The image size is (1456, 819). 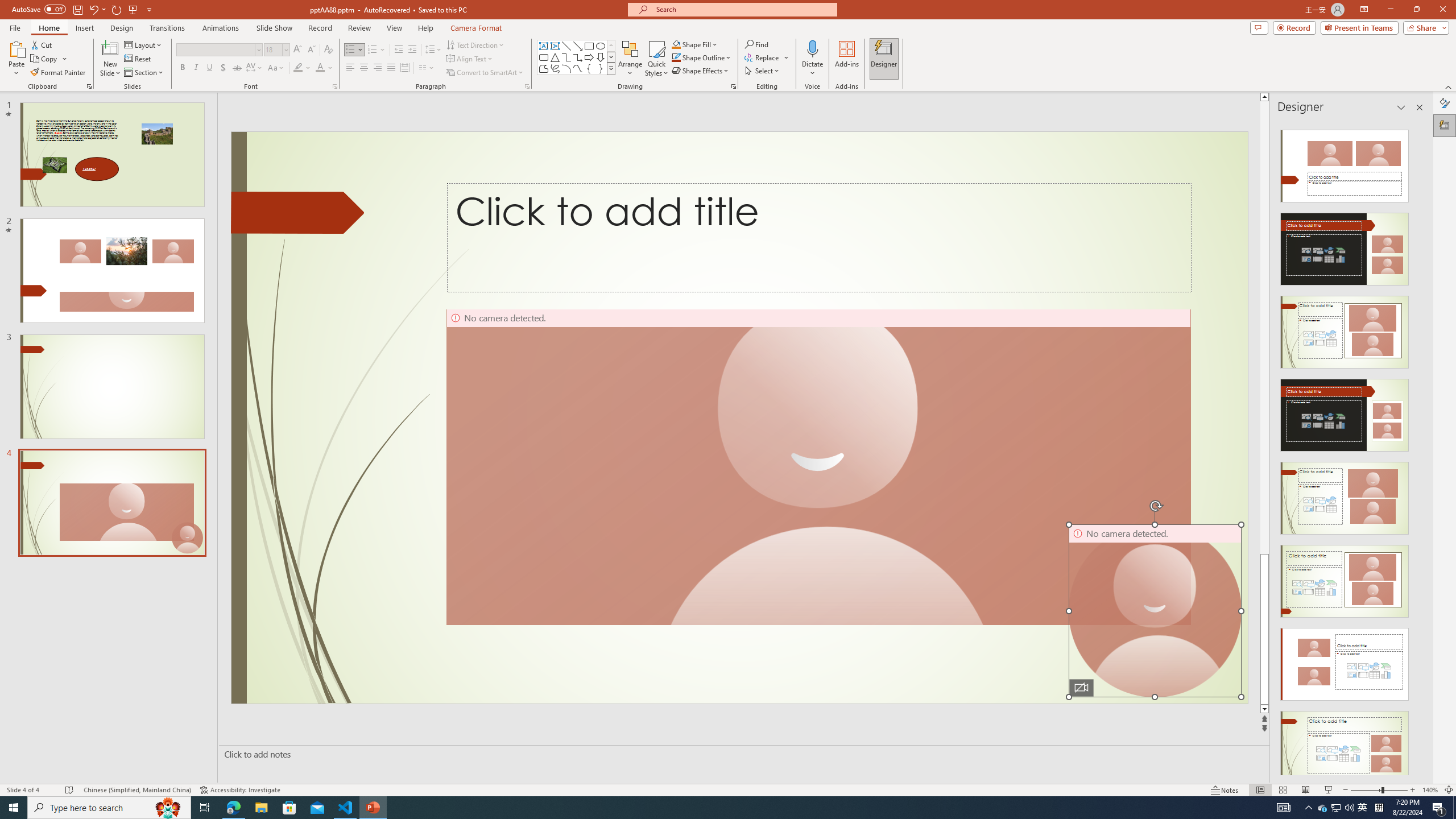 What do you see at coordinates (133, 9) in the screenshot?
I see `'From Beginning'` at bounding box center [133, 9].